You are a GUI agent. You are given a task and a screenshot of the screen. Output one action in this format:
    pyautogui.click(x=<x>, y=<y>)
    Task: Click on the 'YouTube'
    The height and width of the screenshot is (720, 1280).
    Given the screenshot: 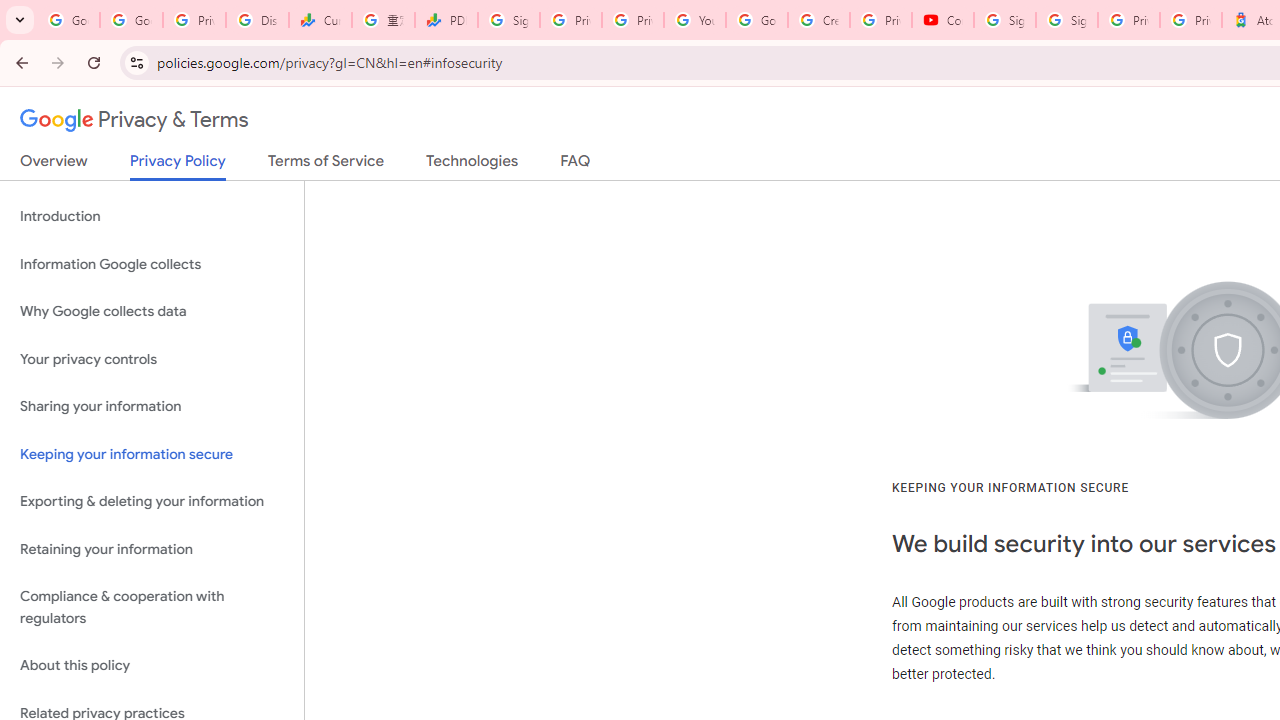 What is the action you would take?
    pyautogui.click(x=695, y=20)
    